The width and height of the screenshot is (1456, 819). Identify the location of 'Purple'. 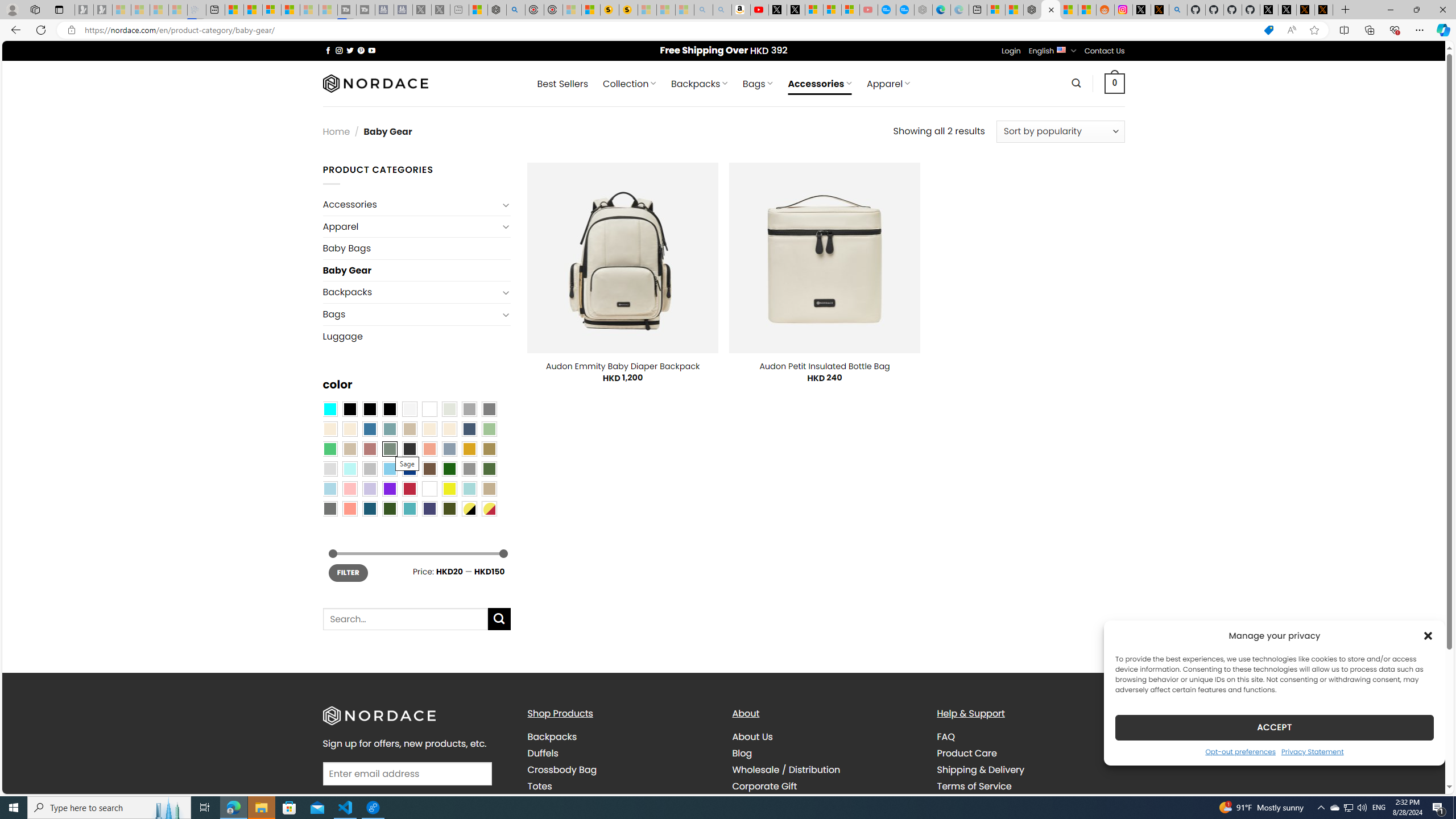
(389, 488).